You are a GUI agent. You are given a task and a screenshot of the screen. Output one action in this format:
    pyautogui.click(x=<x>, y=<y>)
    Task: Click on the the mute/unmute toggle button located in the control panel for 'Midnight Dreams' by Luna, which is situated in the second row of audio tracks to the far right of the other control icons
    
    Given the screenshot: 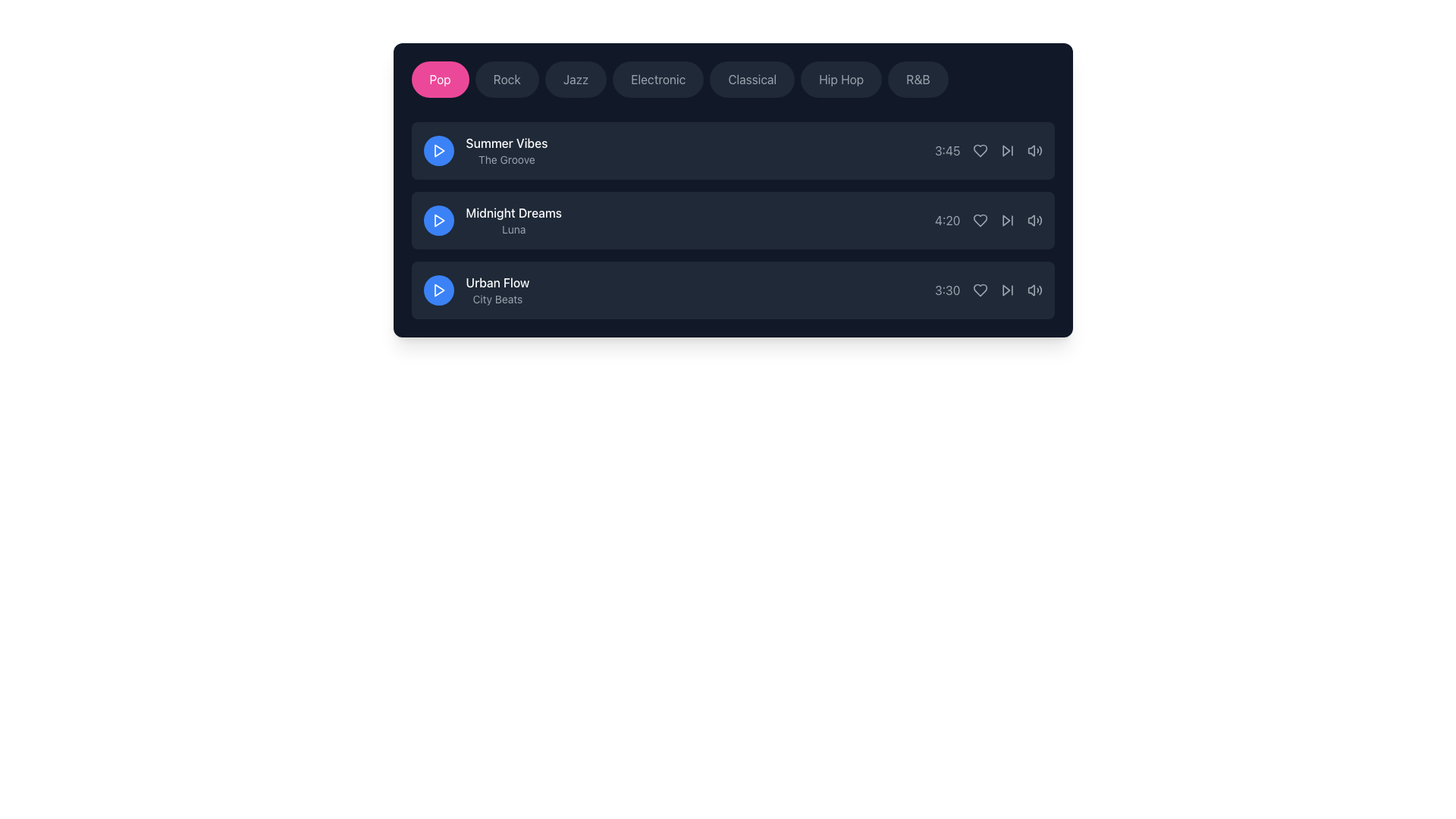 What is the action you would take?
    pyautogui.click(x=1031, y=220)
    